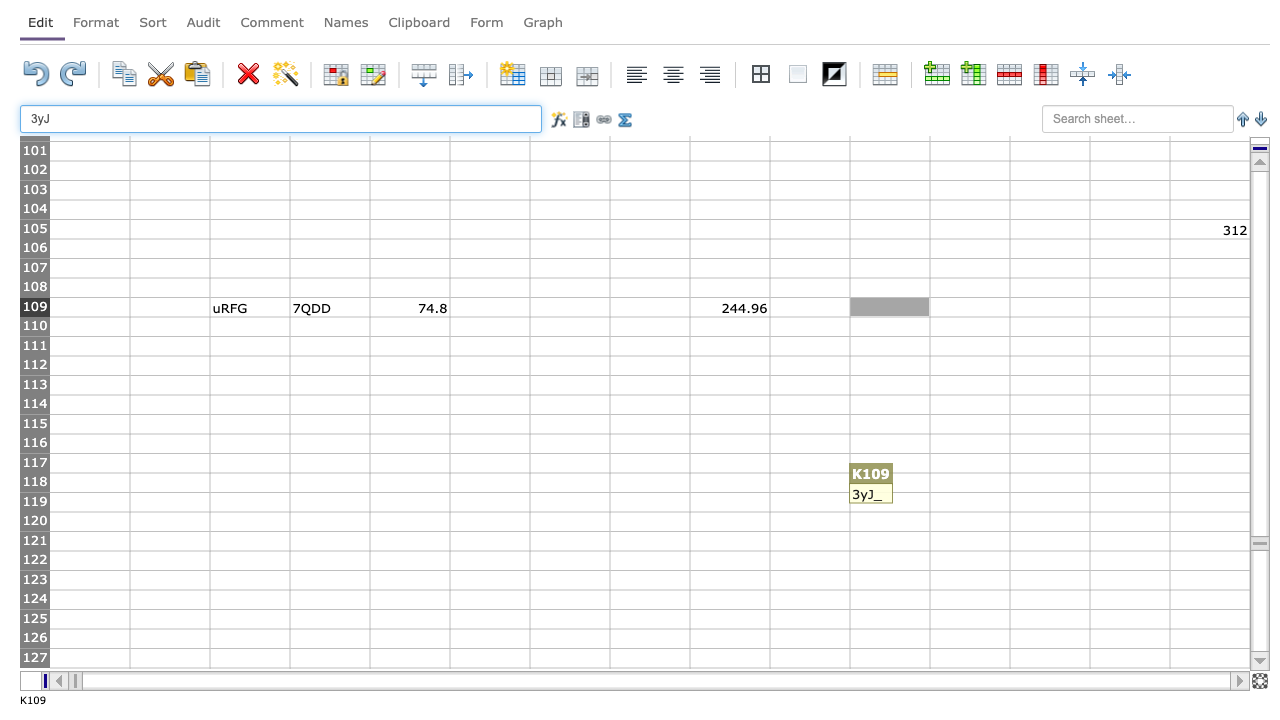 Image resolution: width=1280 pixels, height=720 pixels. What do you see at coordinates (1048, 501) in the screenshot?
I see `on M119` at bounding box center [1048, 501].